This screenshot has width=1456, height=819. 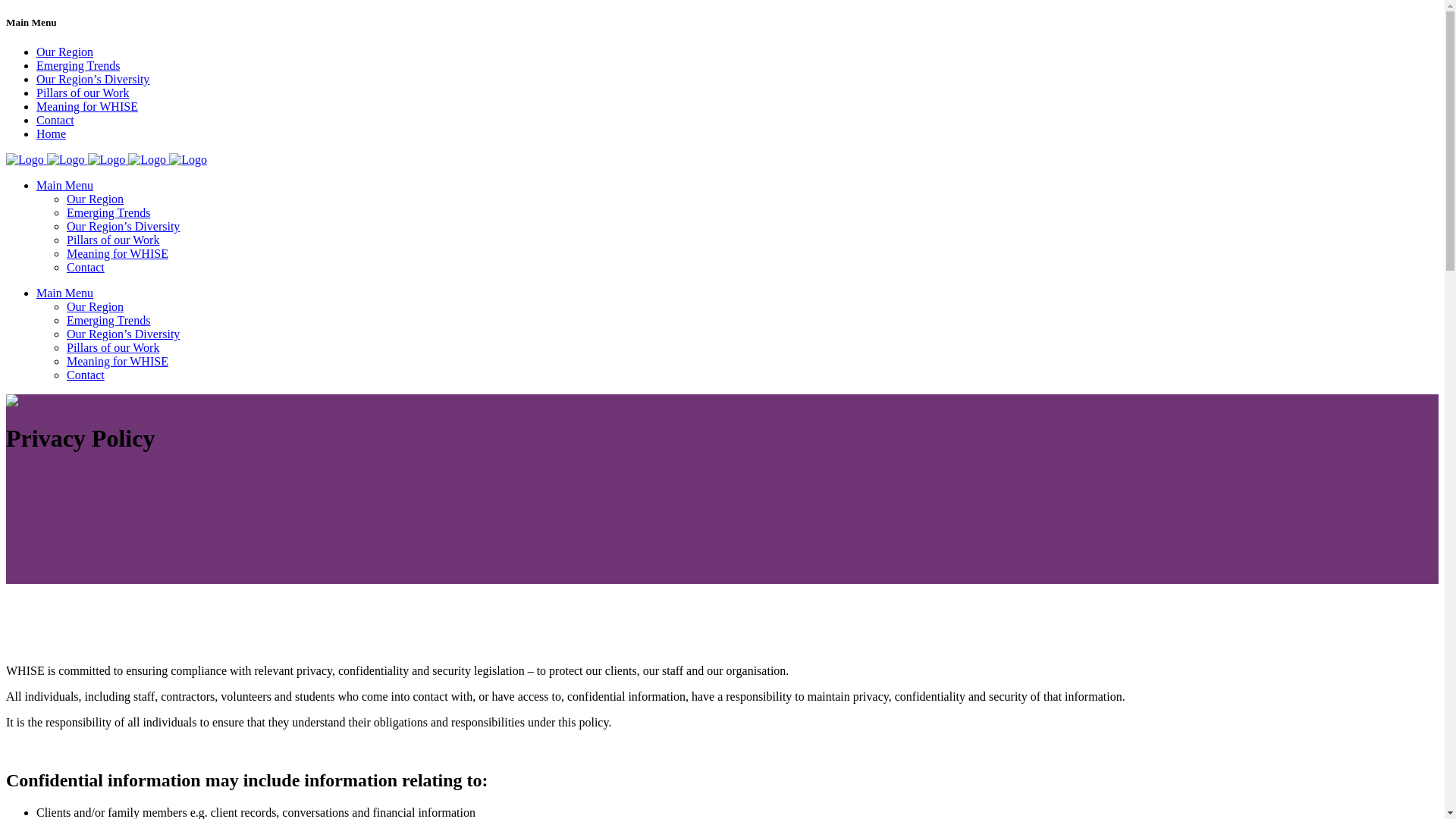 I want to click on 'Meaning for WHISE', so click(x=86, y=105).